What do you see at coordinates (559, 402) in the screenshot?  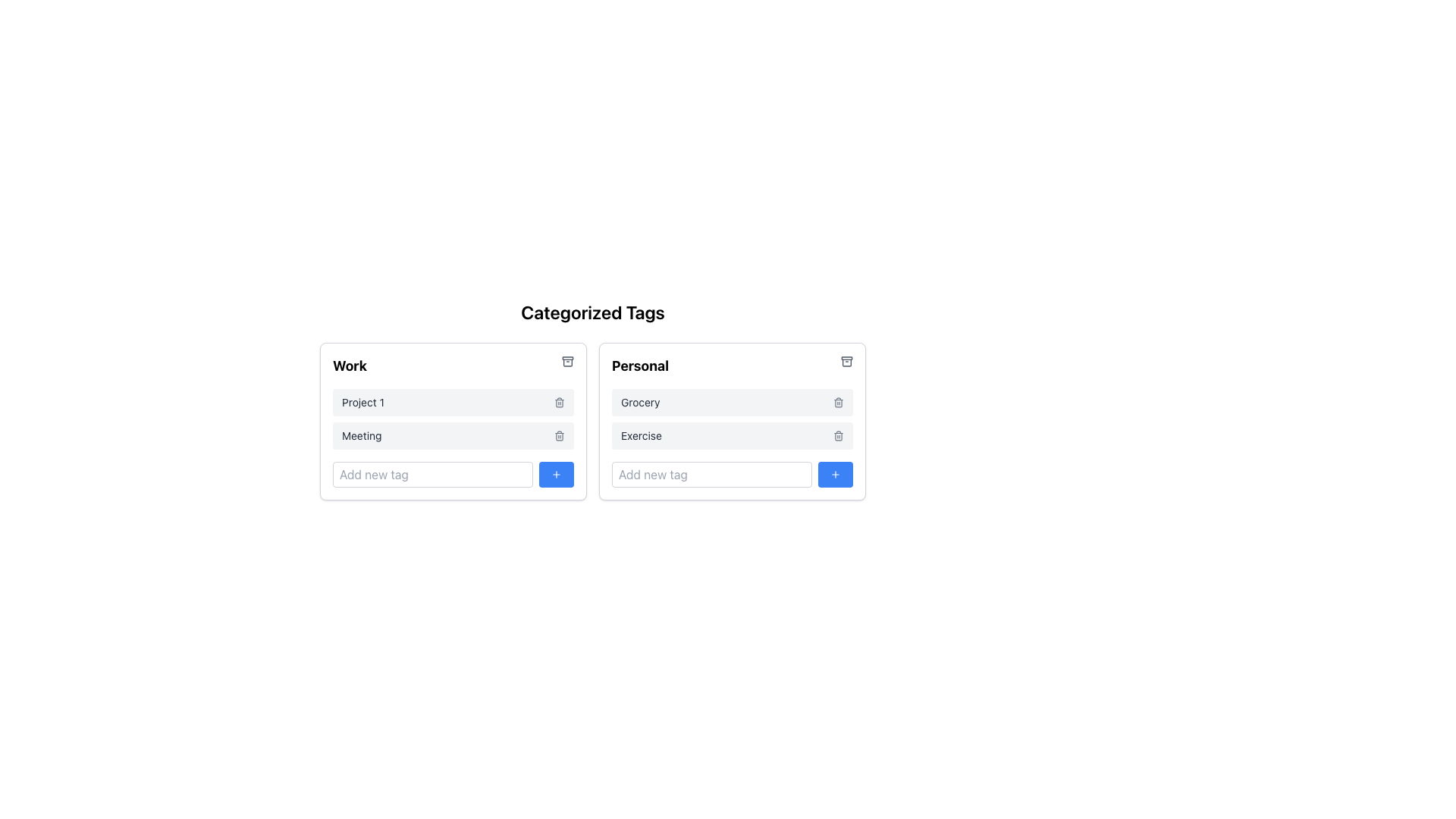 I see `the trash icon button located at the far right side of the row containing the text 'Project 1' in the 'Work' category` at bounding box center [559, 402].